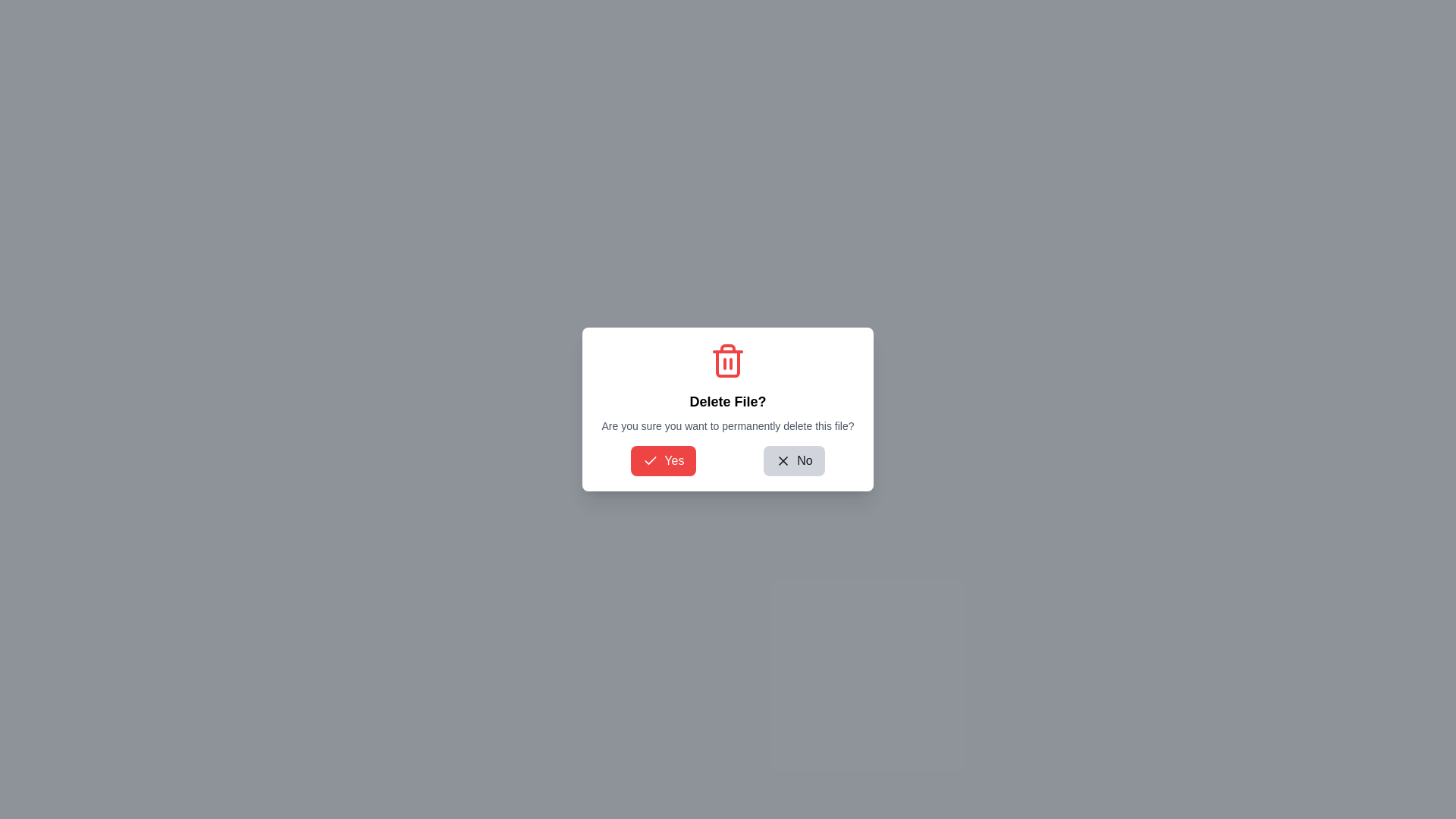 This screenshot has width=1456, height=819. I want to click on the 'No' button, which is part of the decision button group with contrasting styles, so click(728, 460).